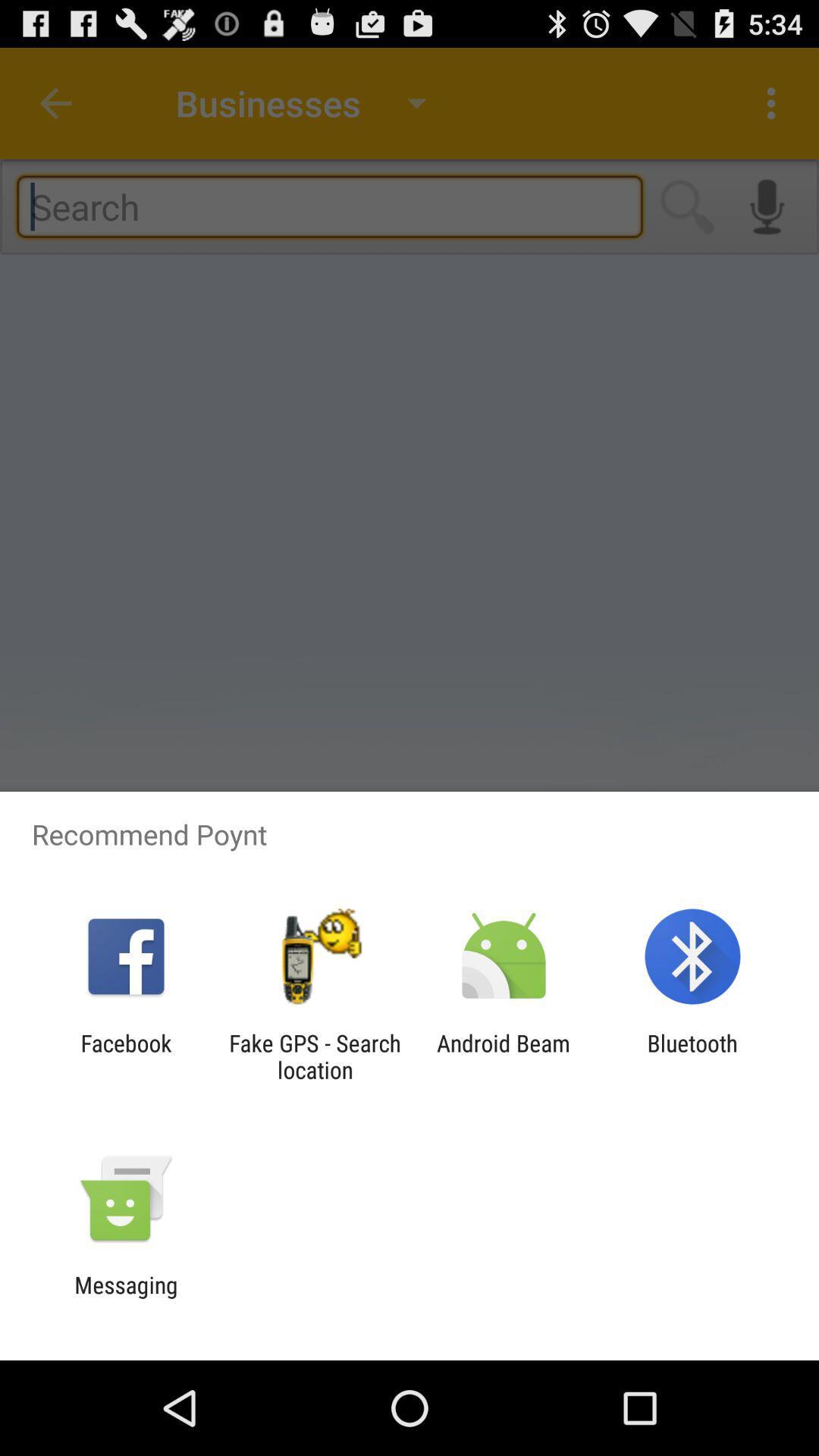 Image resolution: width=819 pixels, height=1456 pixels. I want to click on app next to android beam, so click(314, 1056).